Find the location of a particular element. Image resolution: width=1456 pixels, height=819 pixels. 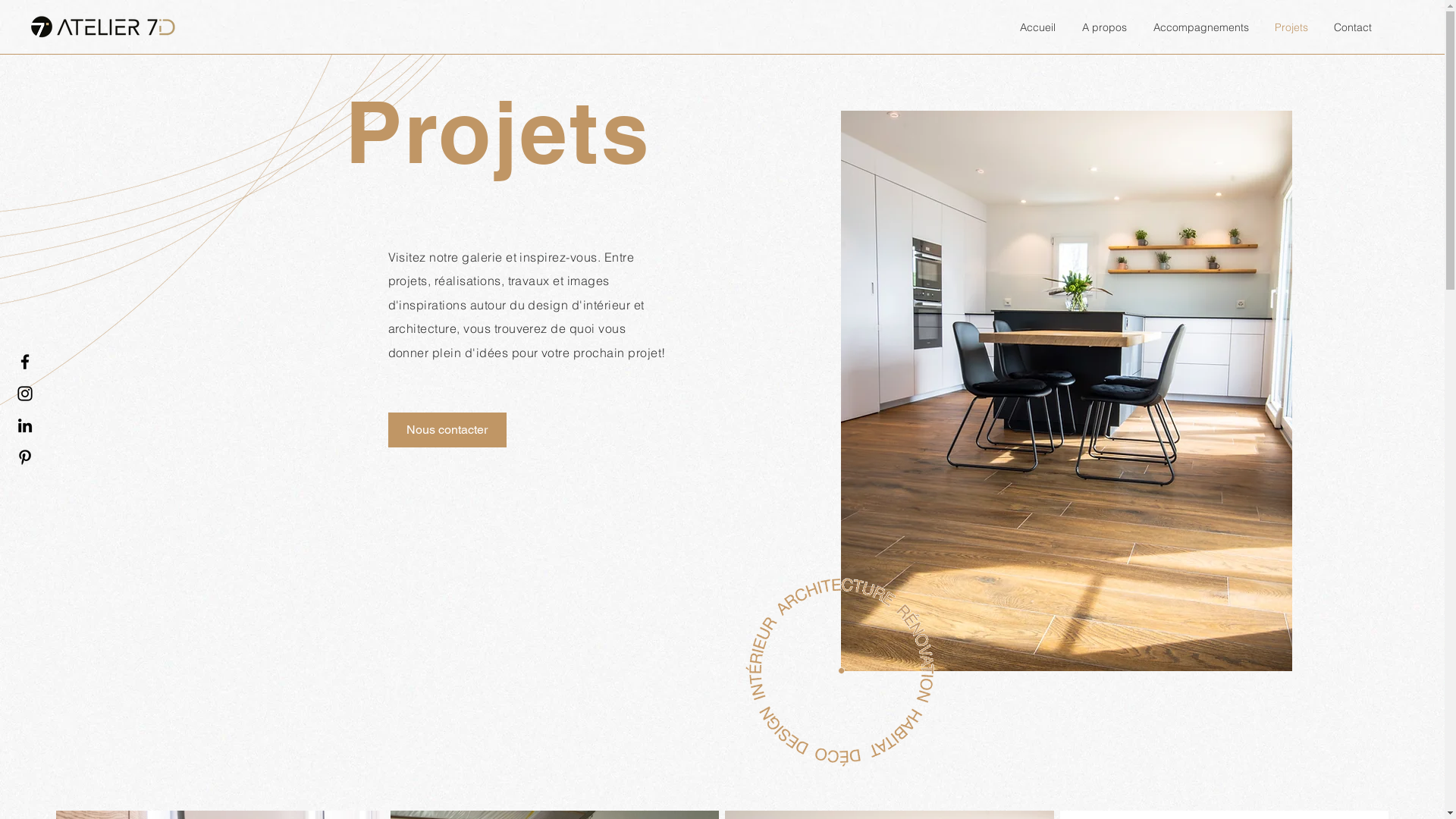

'Accueil' is located at coordinates (1035, 27).